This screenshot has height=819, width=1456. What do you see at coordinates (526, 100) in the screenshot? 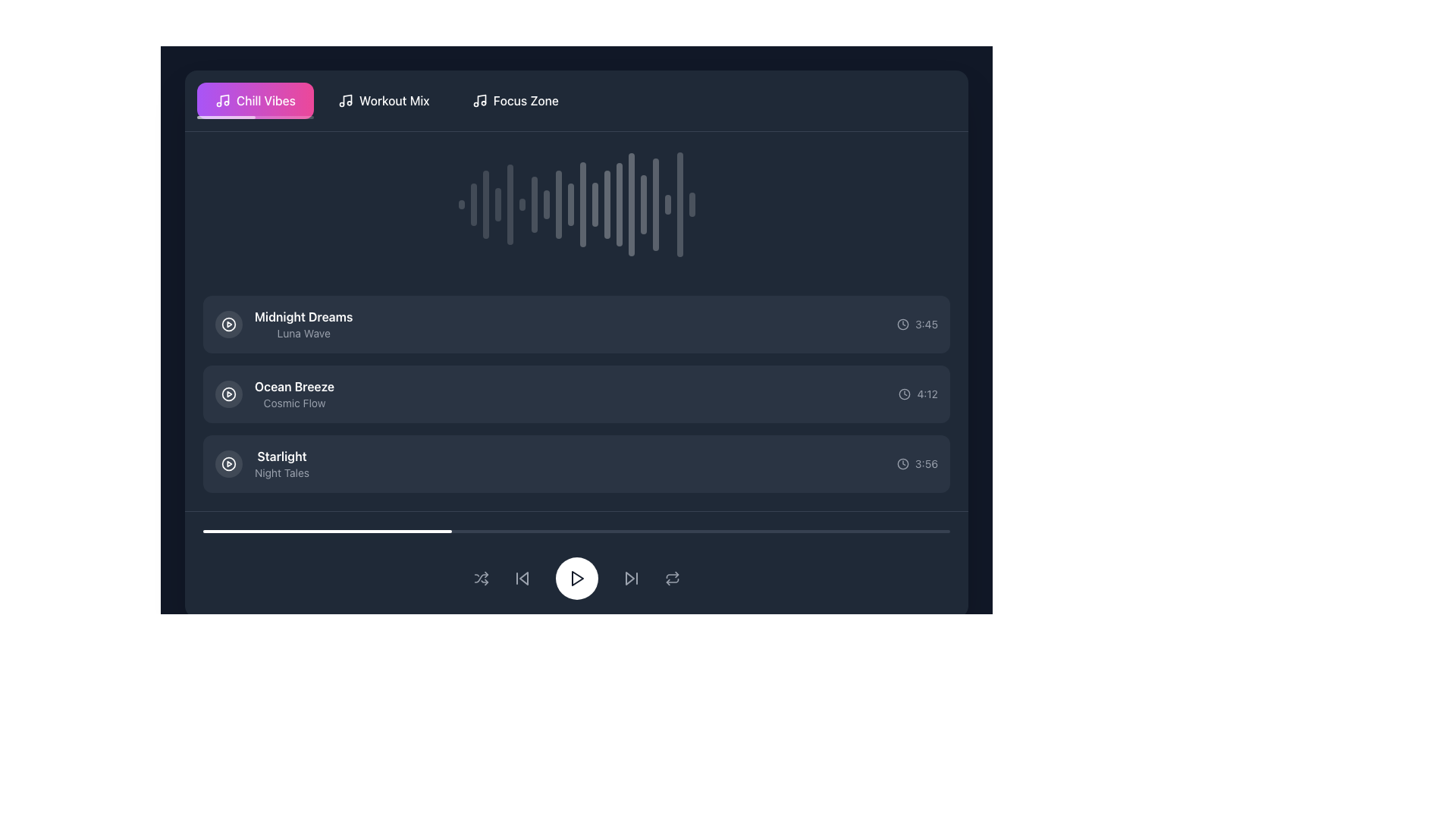
I see `the 'Focus Zone' text label in the navigation bar` at bounding box center [526, 100].